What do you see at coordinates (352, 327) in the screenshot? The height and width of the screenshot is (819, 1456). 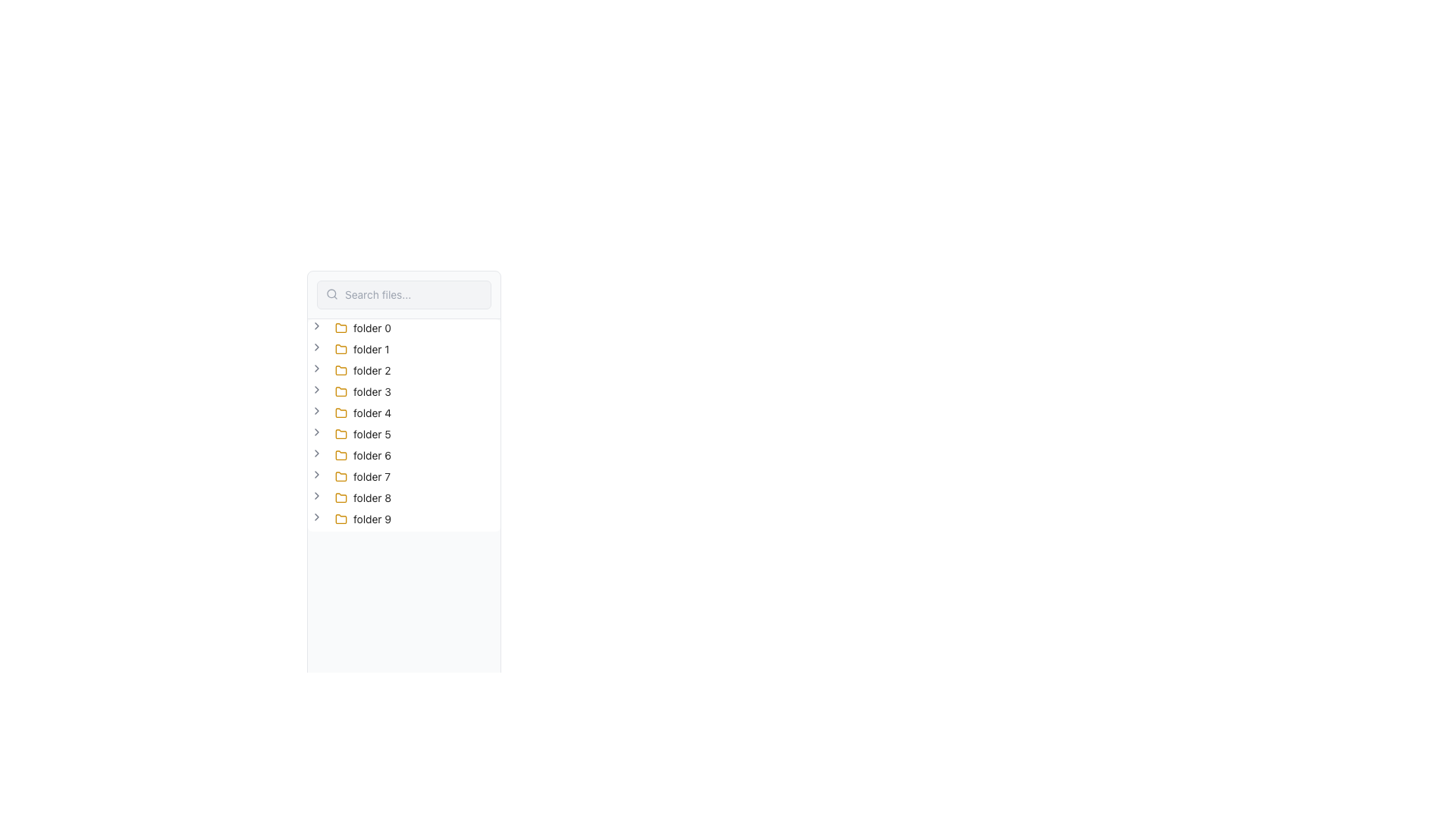 I see `the first collapsible folder item in the tree view, which has a yellow folder icon and the text 'folder 0'` at bounding box center [352, 327].